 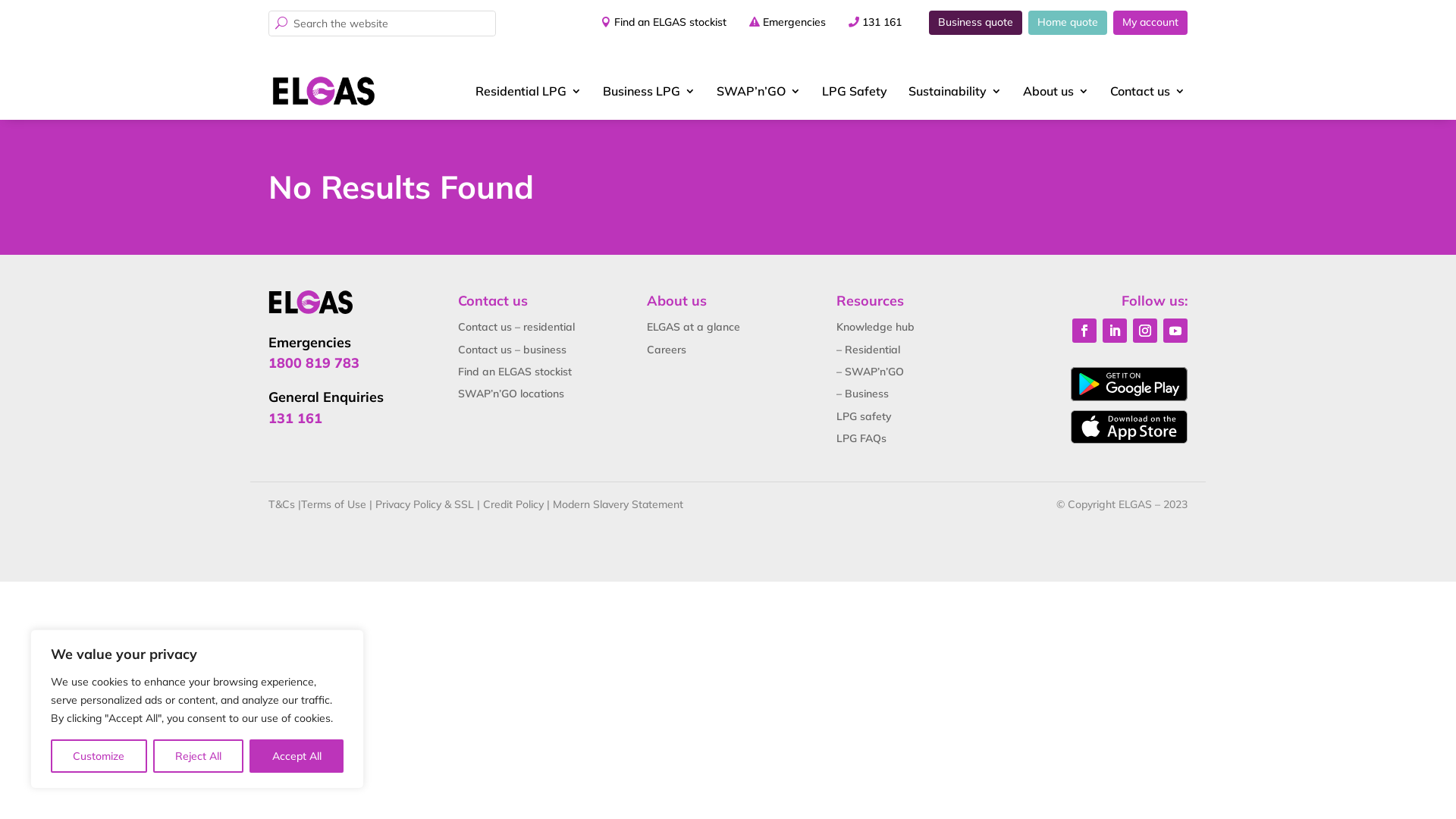 I want to click on 'Sustainability', so click(x=954, y=90).